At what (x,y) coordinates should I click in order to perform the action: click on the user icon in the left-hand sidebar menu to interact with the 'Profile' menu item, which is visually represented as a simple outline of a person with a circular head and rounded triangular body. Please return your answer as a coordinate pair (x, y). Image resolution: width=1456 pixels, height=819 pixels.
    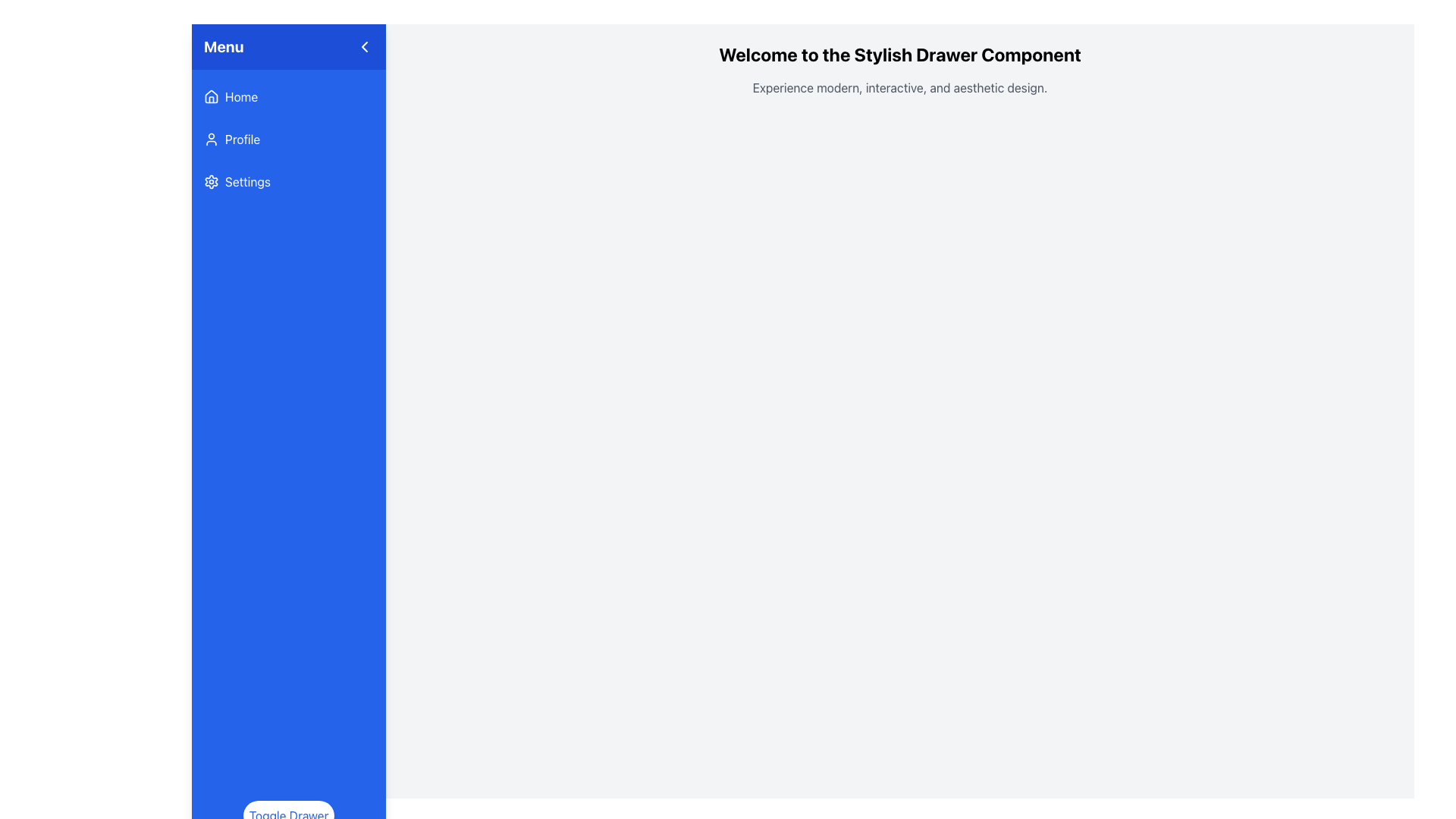
    Looking at the image, I should click on (210, 140).